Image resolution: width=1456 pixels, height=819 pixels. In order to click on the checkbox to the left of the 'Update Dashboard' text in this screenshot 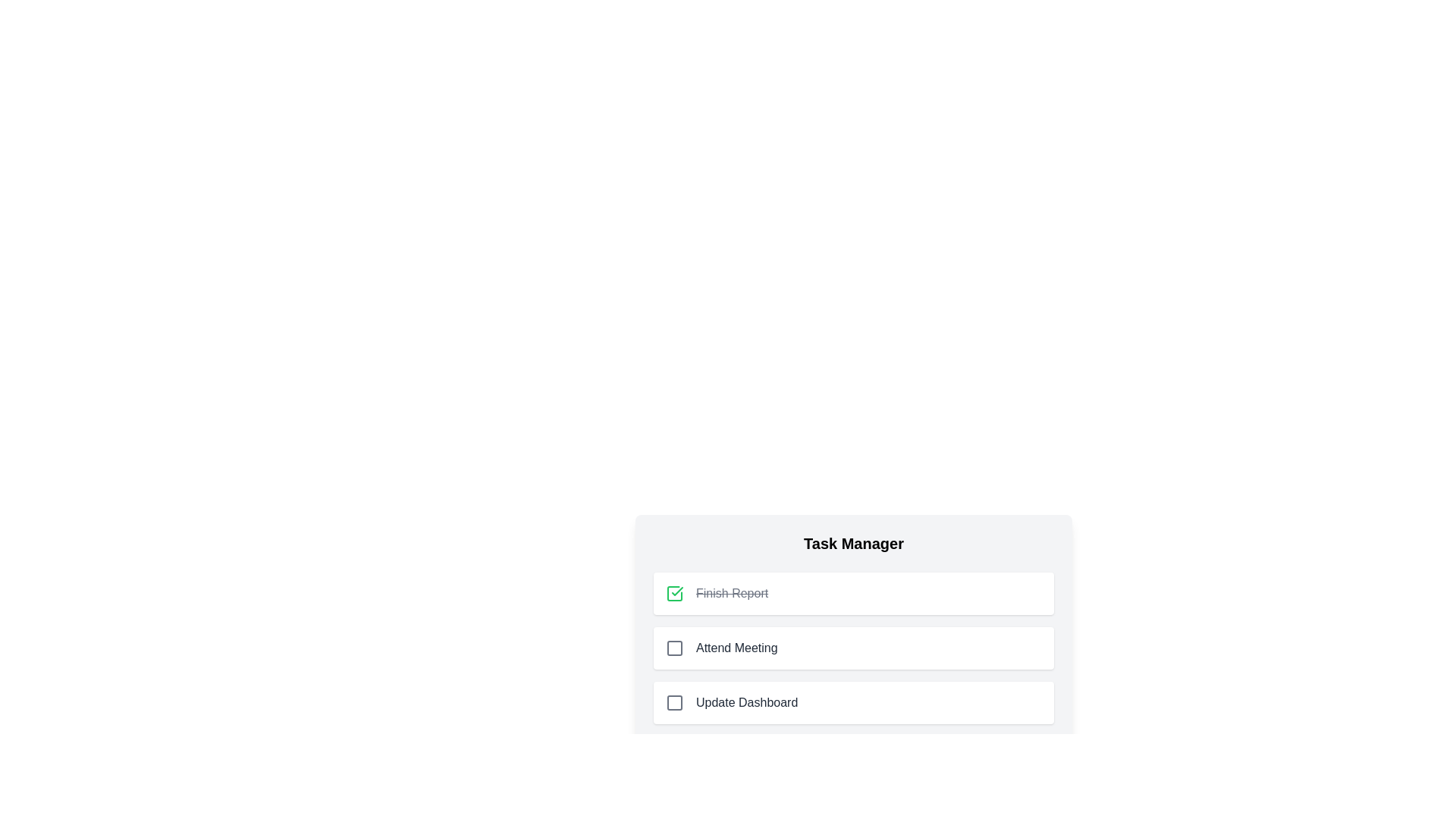, I will do `click(673, 702)`.